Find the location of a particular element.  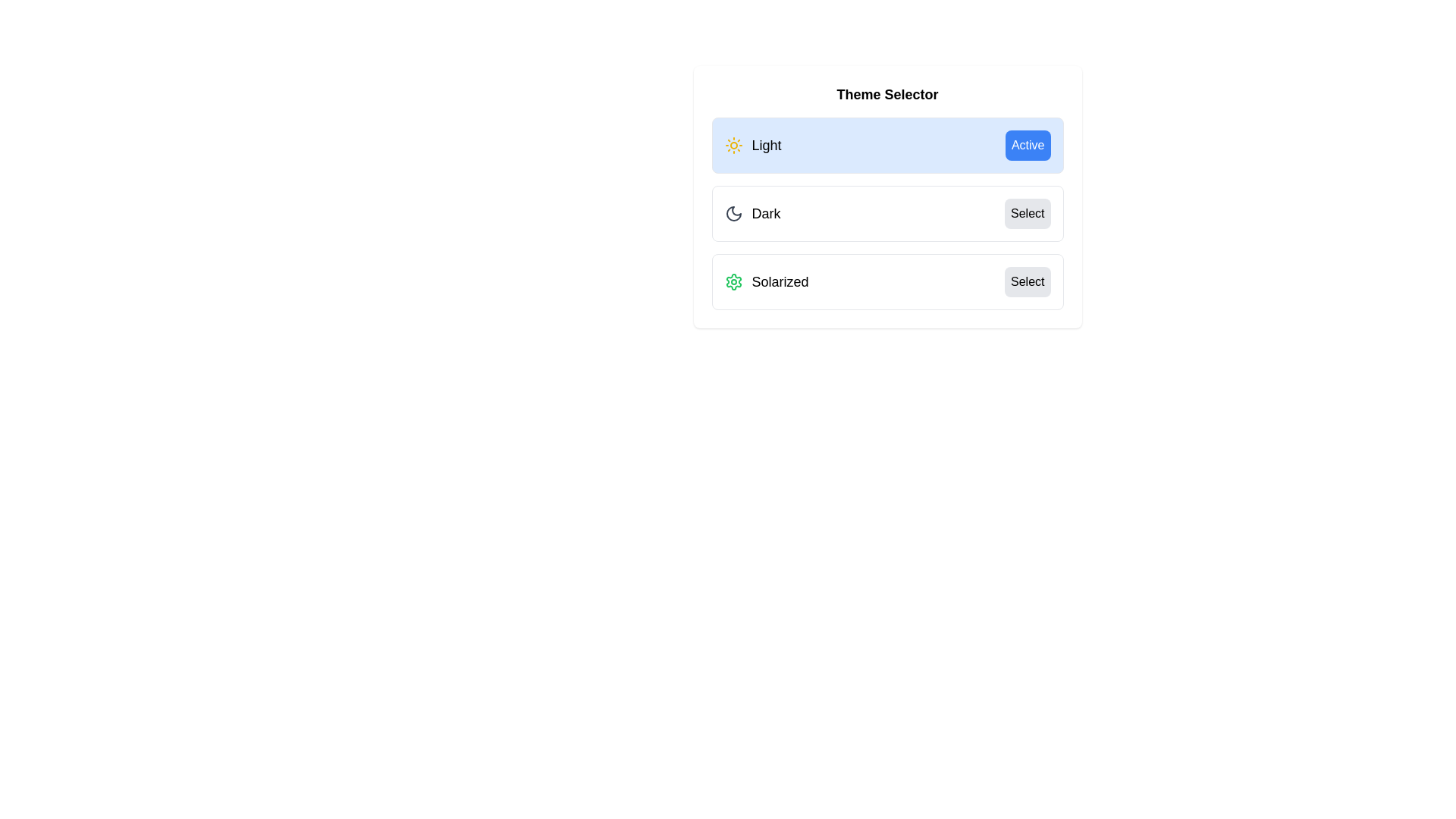

the icon next to Solarized theme is located at coordinates (733, 281).